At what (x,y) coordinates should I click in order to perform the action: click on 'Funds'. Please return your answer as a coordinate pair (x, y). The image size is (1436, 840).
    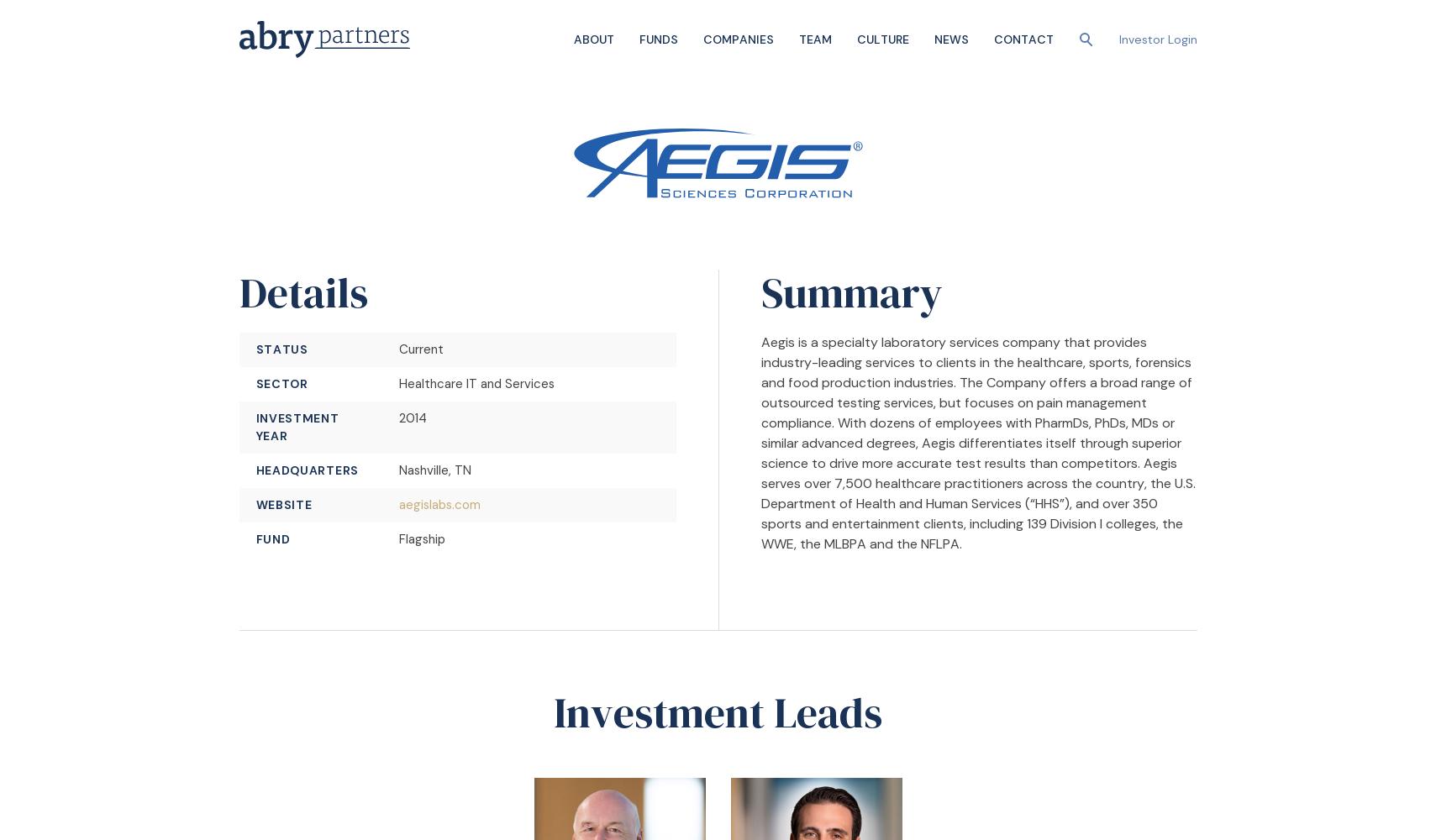
    Looking at the image, I should click on (657, 39).